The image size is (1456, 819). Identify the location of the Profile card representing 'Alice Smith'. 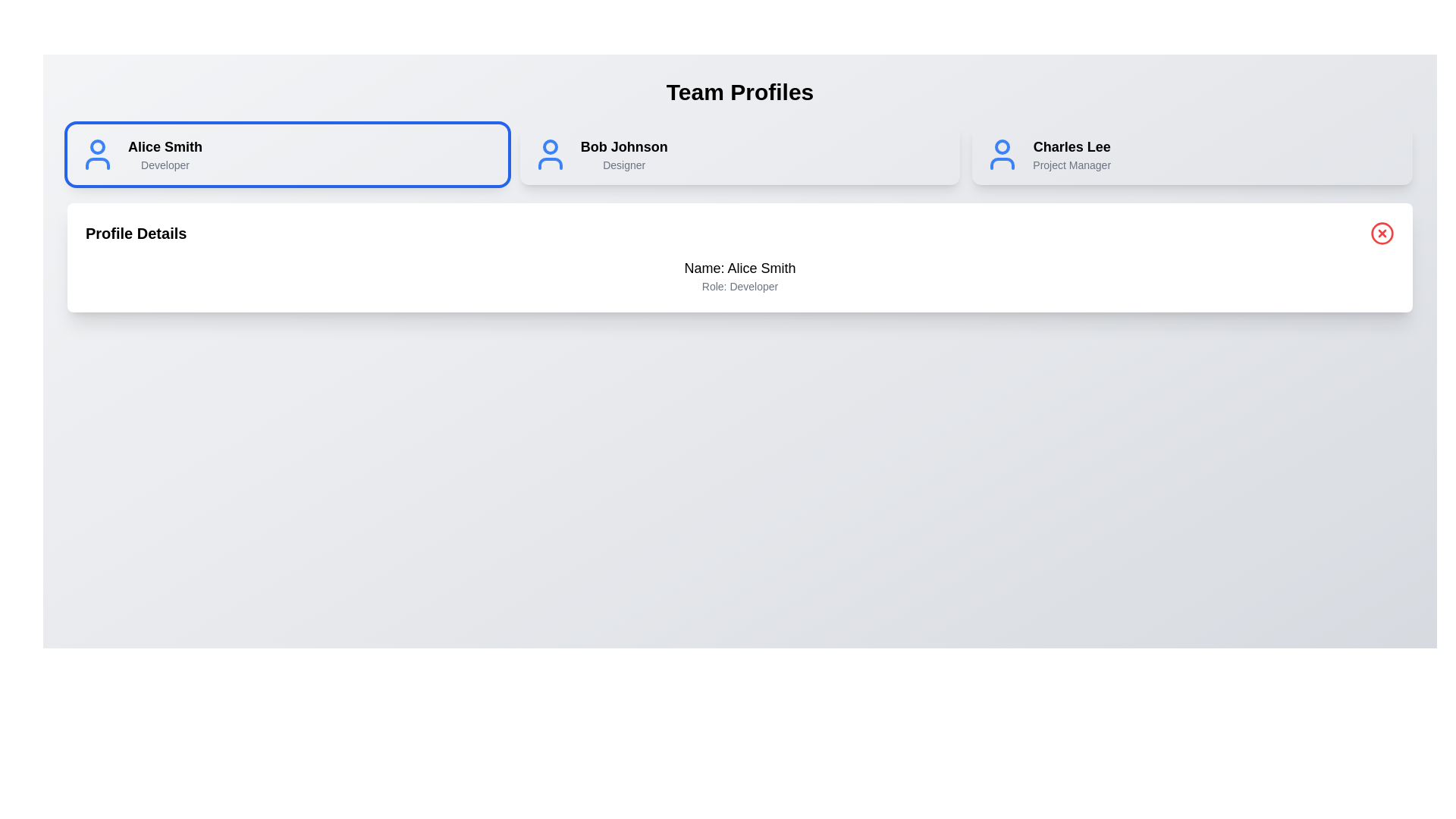
(287, 155).